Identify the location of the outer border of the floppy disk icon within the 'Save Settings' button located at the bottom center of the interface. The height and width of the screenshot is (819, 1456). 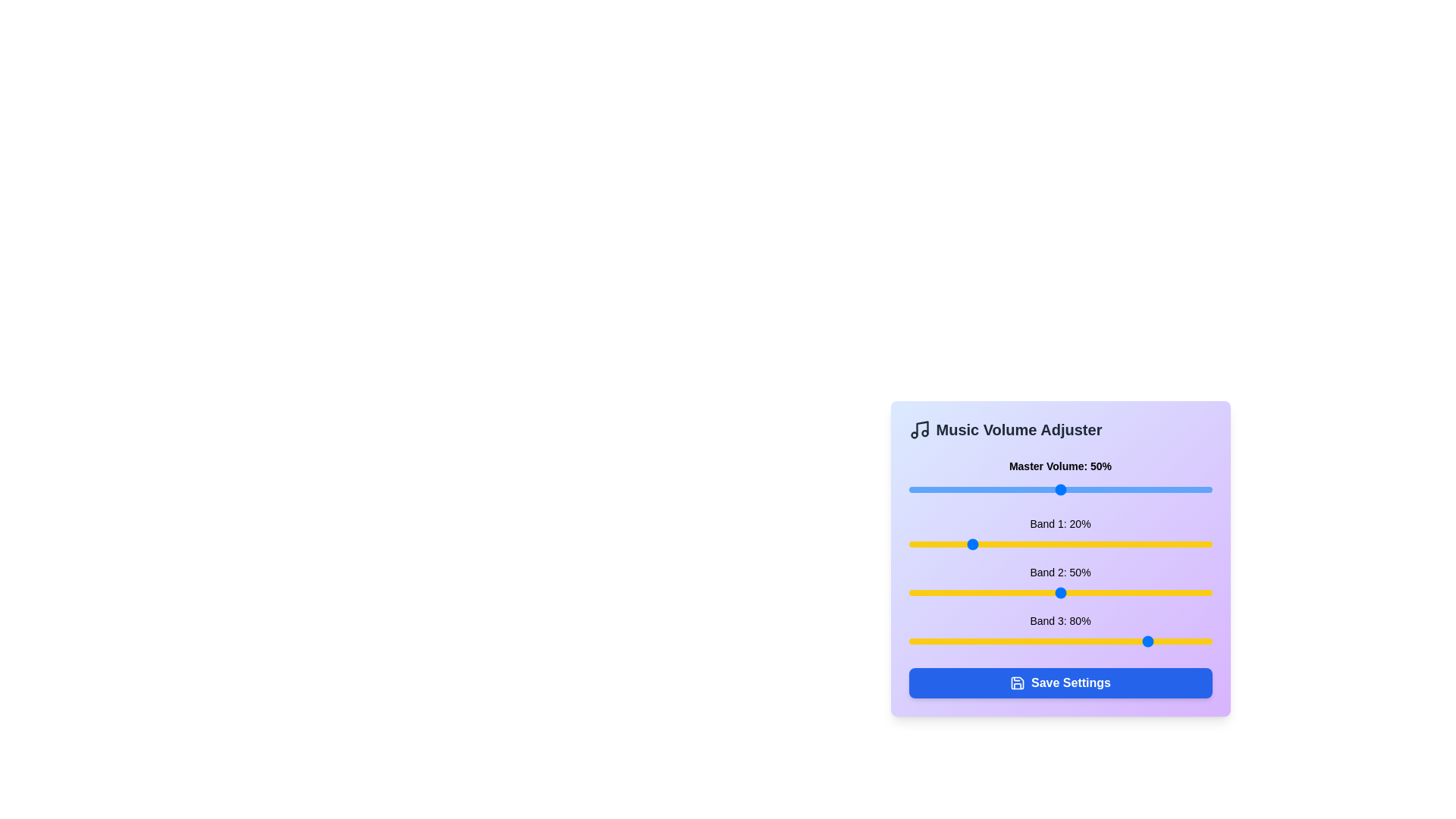
(1018, 683).